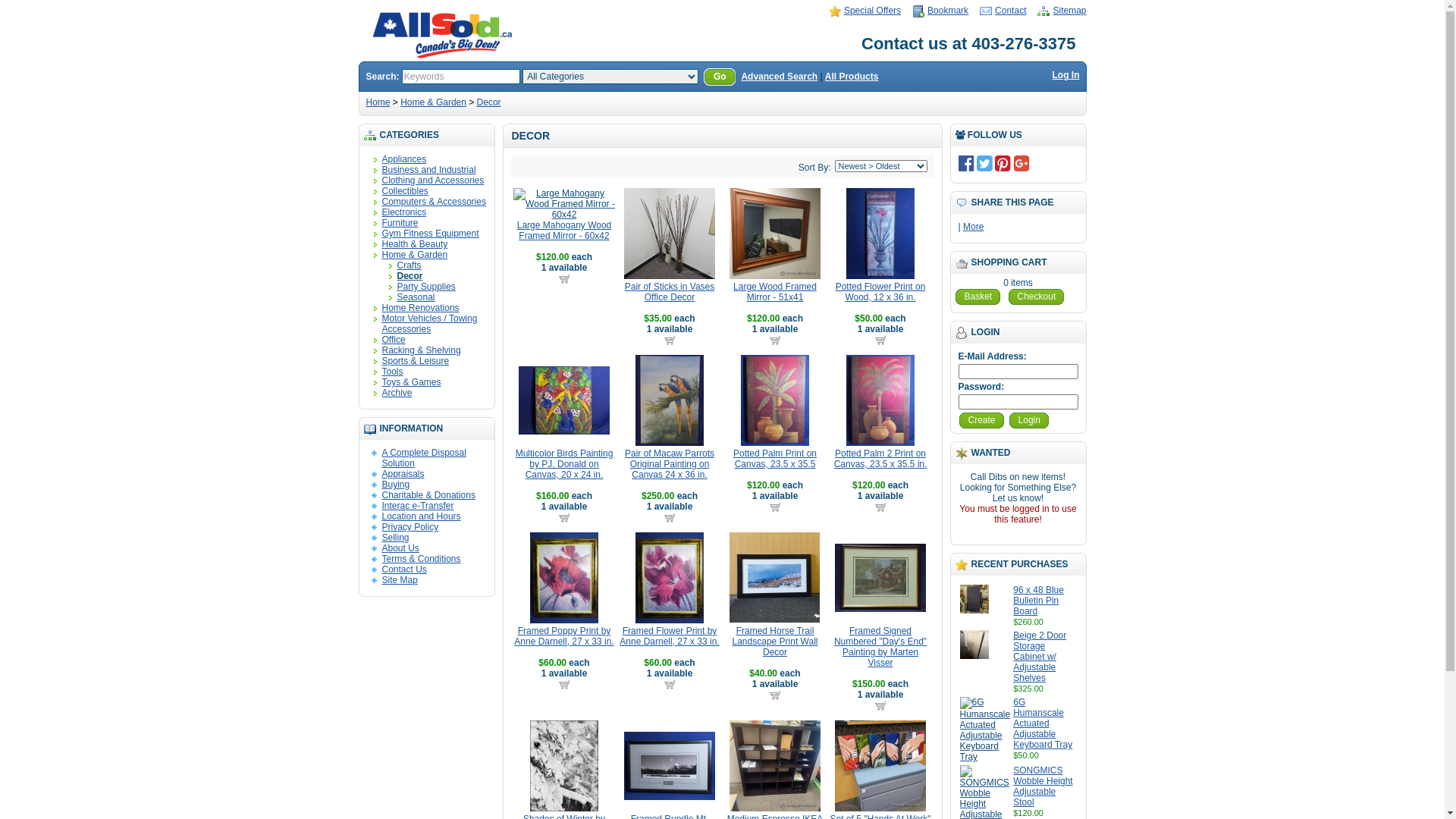 The width and height of the screenshot is (1456, 819). What do you see at coordinates (382, 307) in the screenshot?
I see `'Home Renovations'` at bounding box center [382, 307].